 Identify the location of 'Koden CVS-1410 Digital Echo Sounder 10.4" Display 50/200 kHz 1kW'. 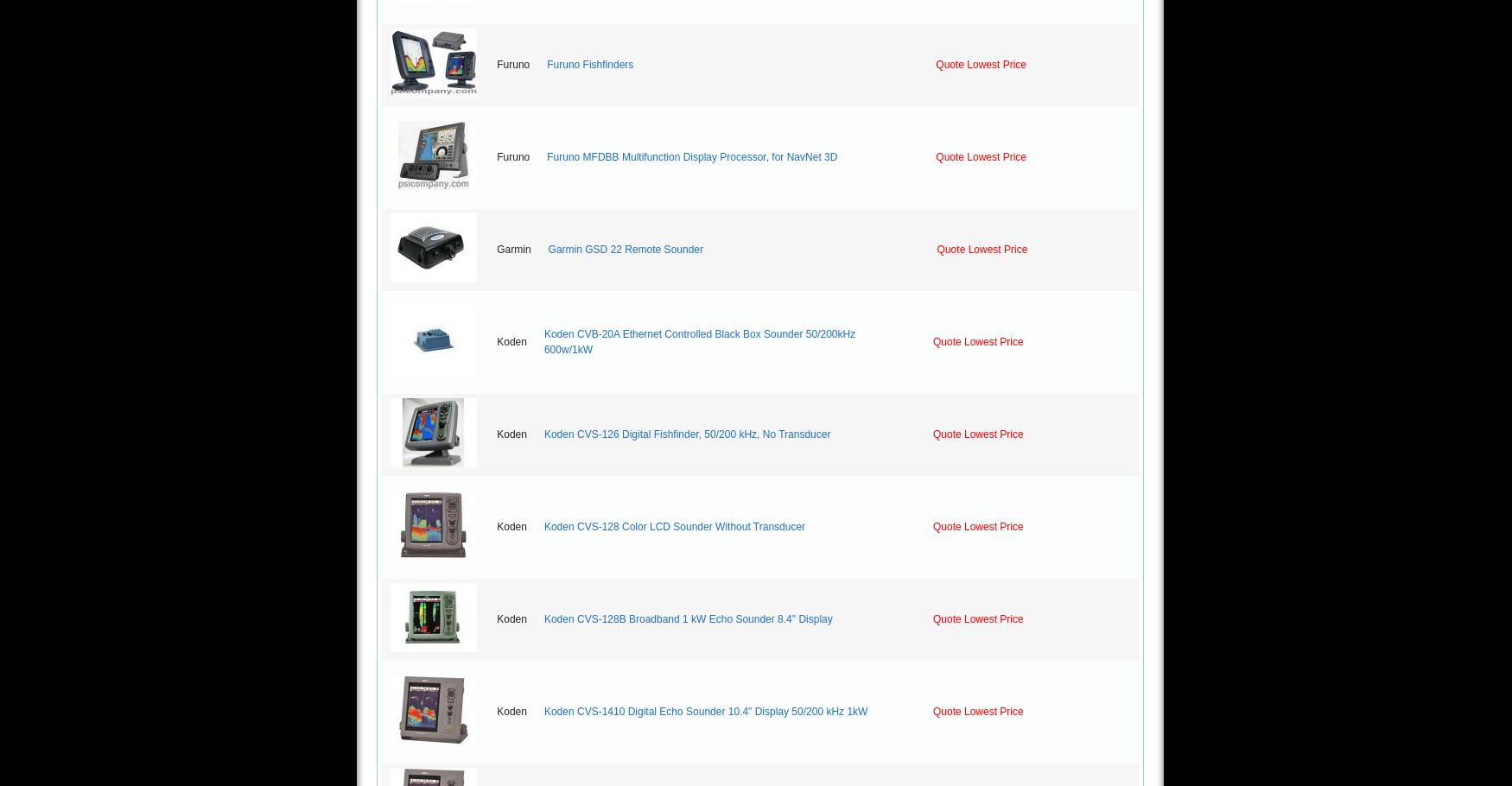
(705, 712).